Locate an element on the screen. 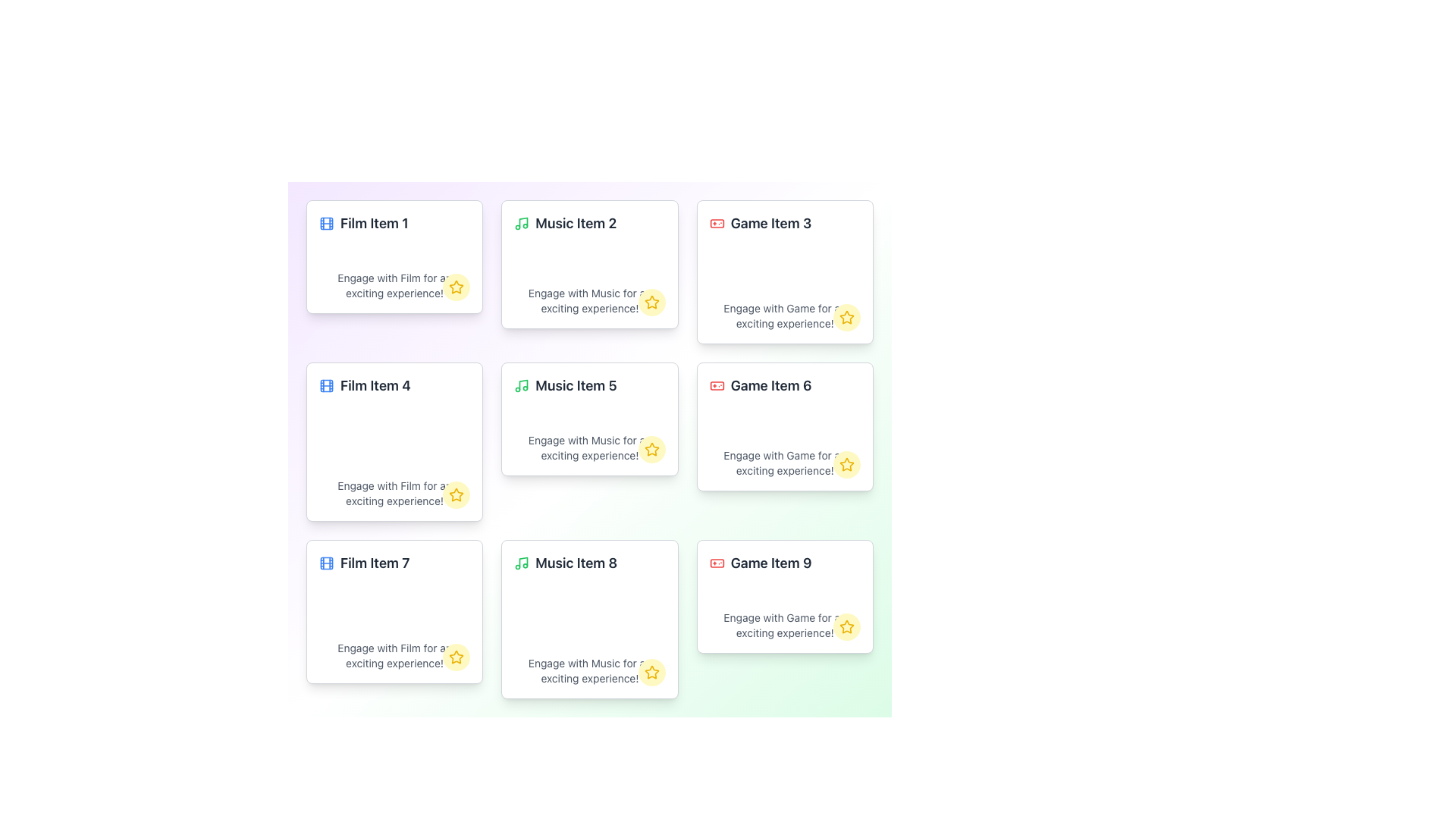  the small blue filmstrip icon preceding the text 'Film Item 1' in the first card is located at coordinates (326, 223).